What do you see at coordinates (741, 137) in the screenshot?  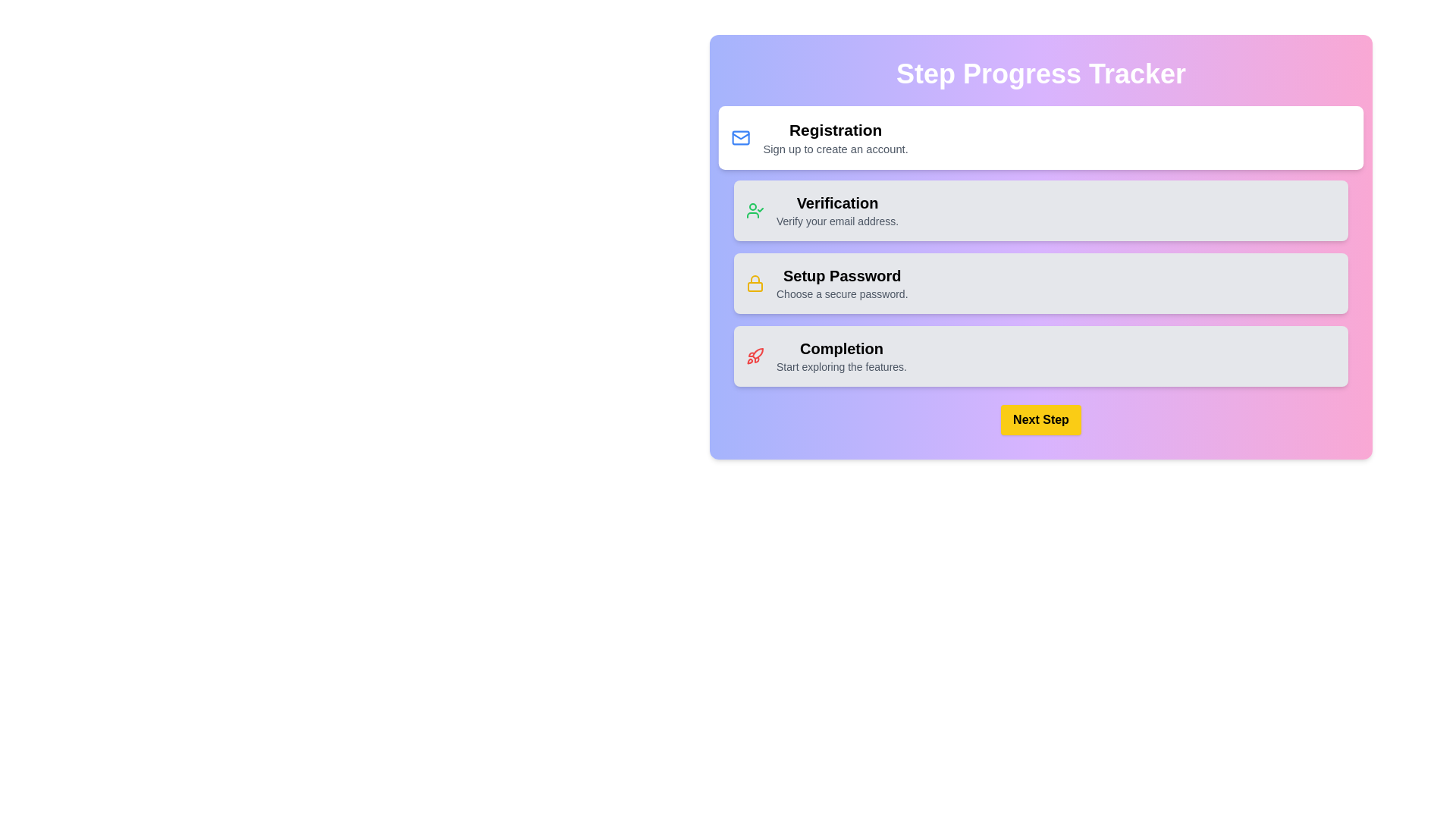 I see `the Decorative SVG graphic representing the envelope icon located in the 'Registration' row of the vertical step progress tracker, aligned to the left of the text 'Registration'` at bounding box center [741, 137].